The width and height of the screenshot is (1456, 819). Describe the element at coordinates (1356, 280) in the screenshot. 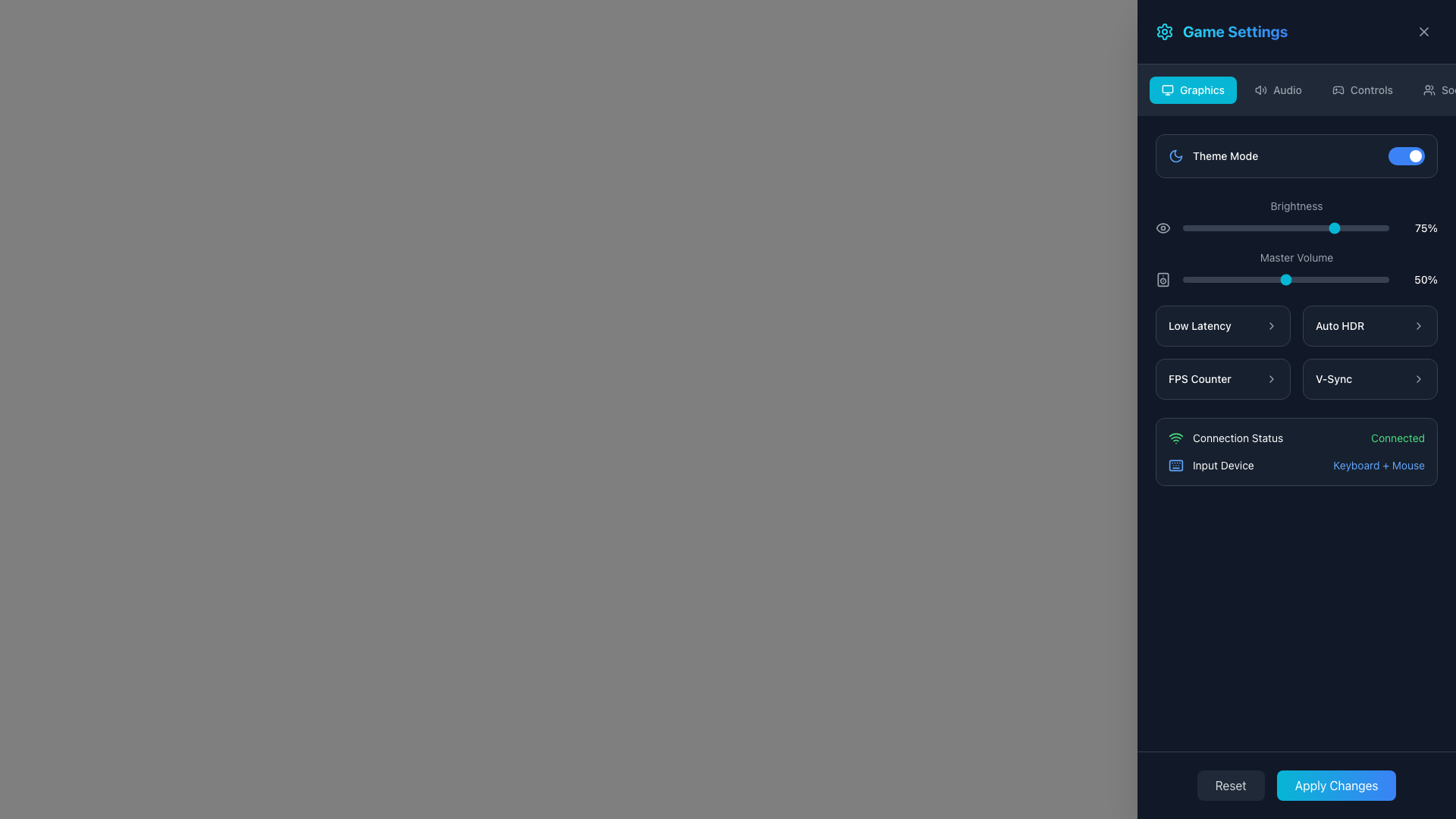

I see `the master volume` at that location.